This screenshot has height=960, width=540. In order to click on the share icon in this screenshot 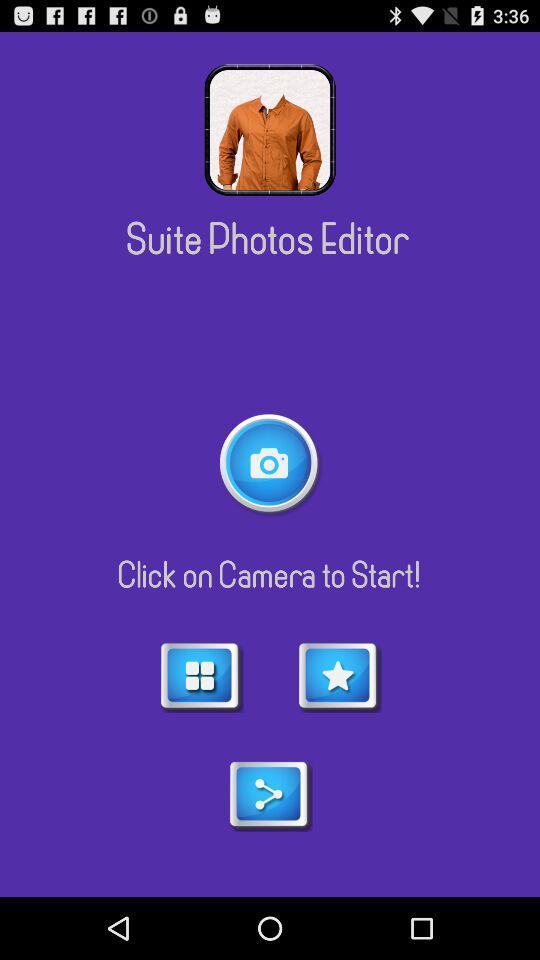, I will do `click(270, 850)`.